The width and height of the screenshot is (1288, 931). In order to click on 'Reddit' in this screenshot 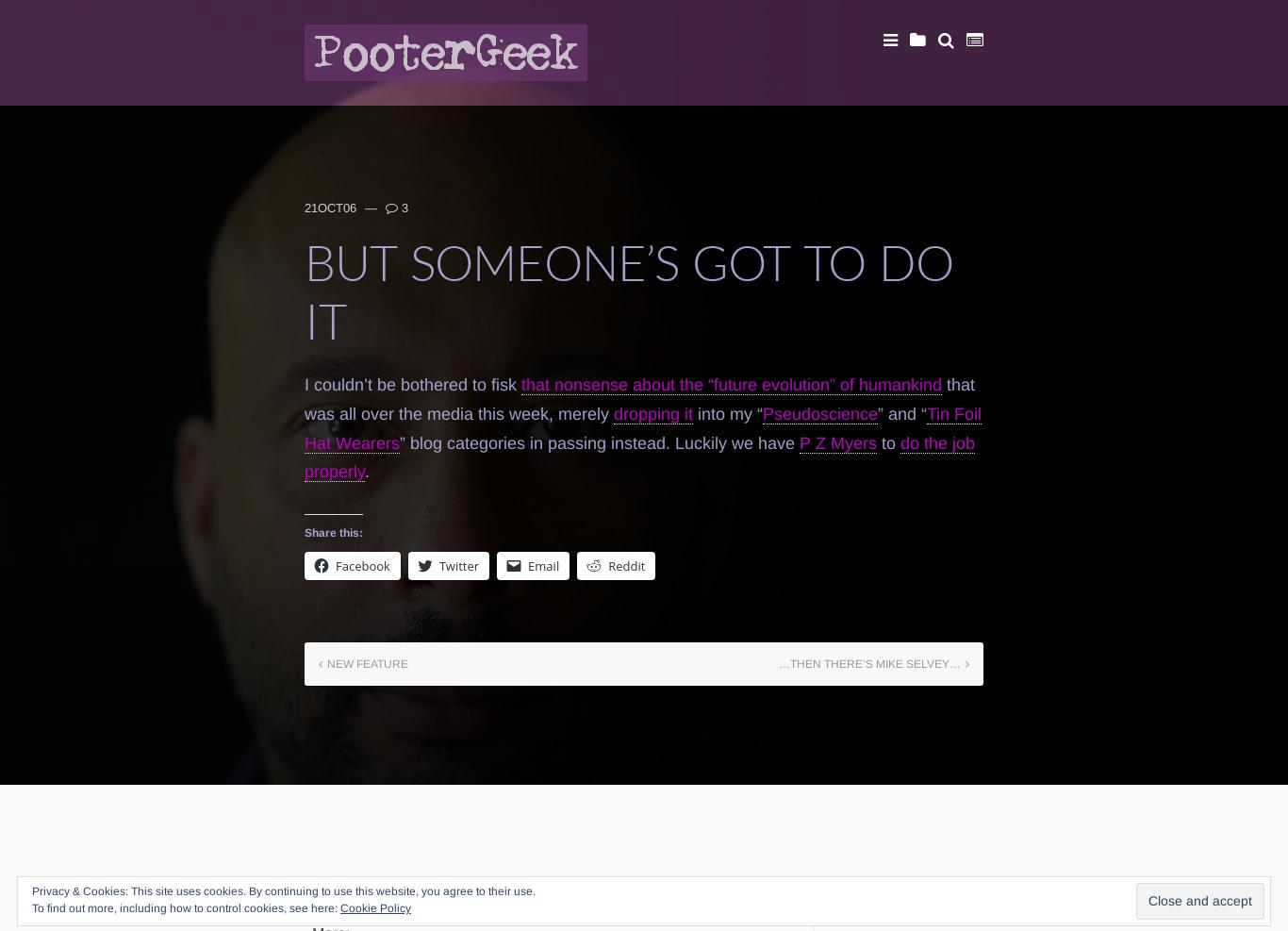, I will do `click(607, 564)`.